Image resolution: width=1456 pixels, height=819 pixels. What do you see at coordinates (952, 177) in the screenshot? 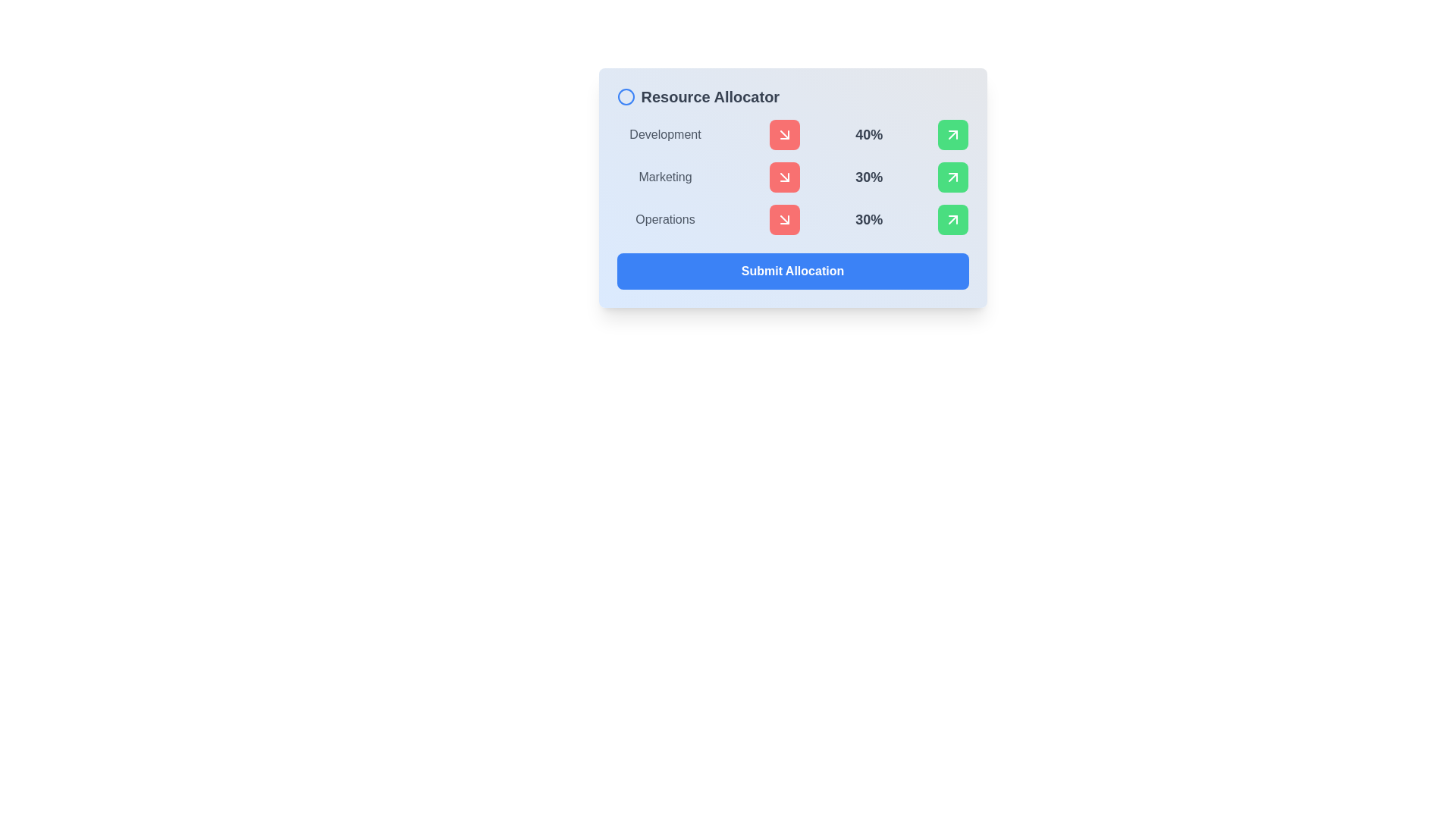
I see `the green arrow button pointing up and to the right in the 'Marketing' row of the 'Resource Allocator' section` at bounding box center [952, 177].